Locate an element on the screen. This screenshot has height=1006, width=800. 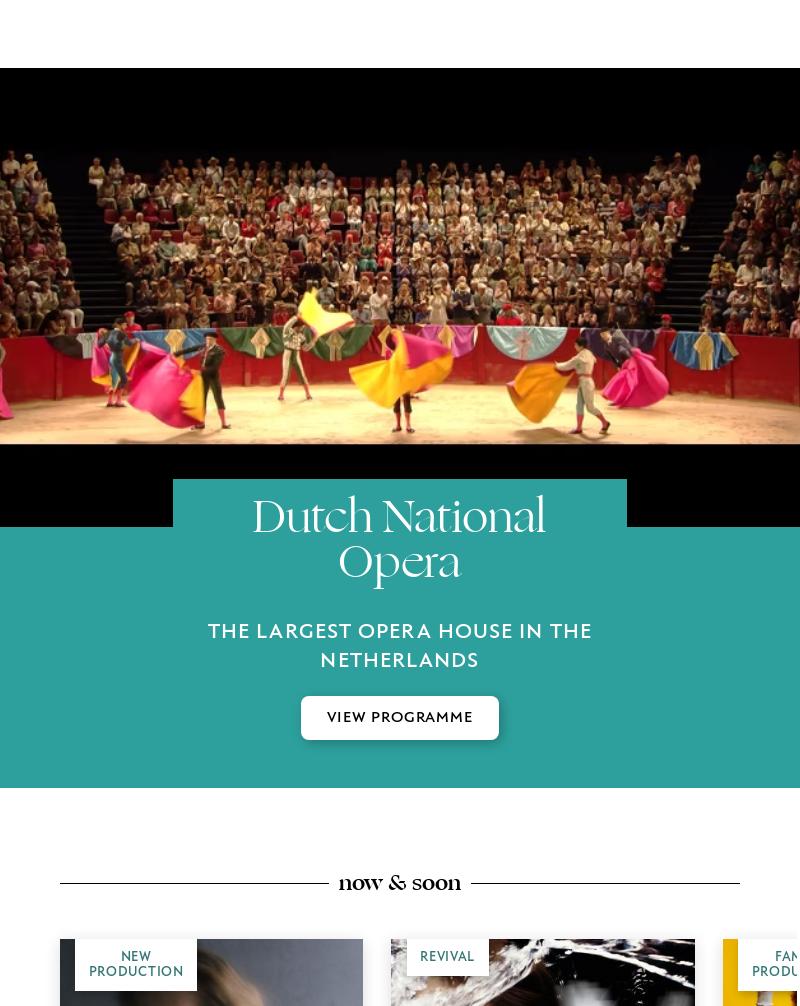
'Be the first to be informed about our productions and receive exclusive content in your inbox.' is located at coordinates (184, 391).